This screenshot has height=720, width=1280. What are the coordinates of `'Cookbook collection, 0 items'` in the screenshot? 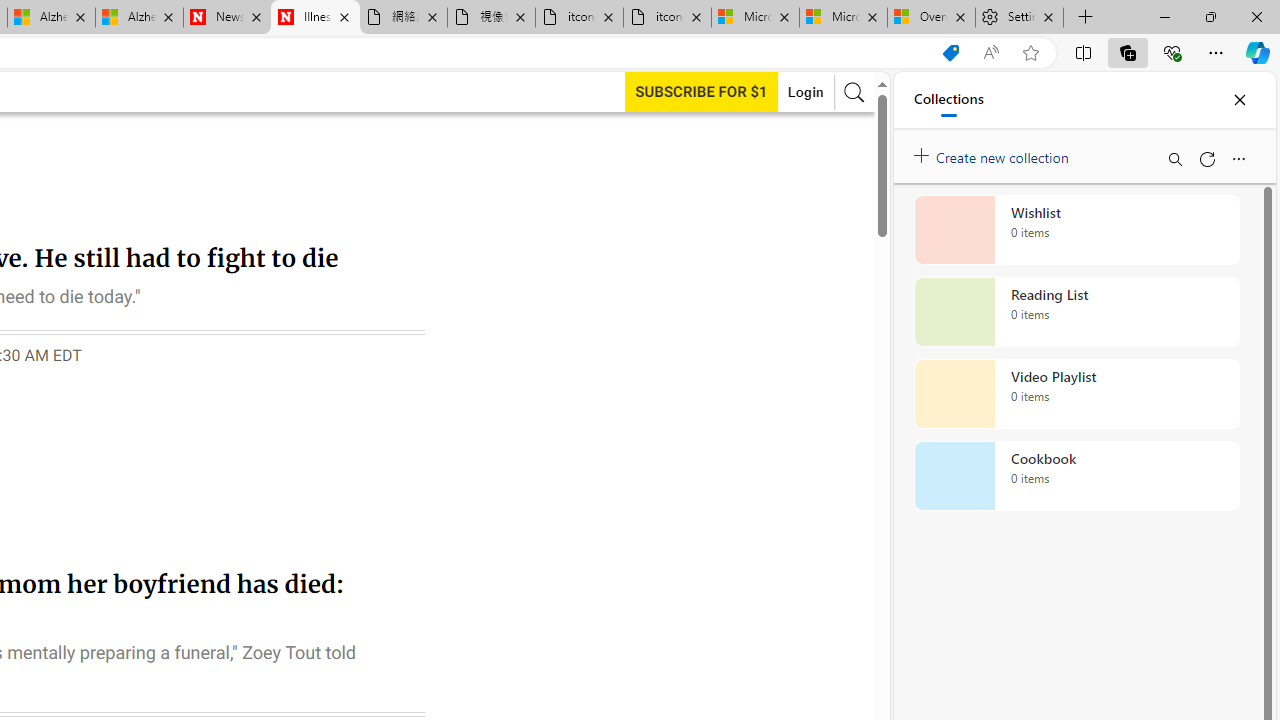 It's located at (1076, 475).